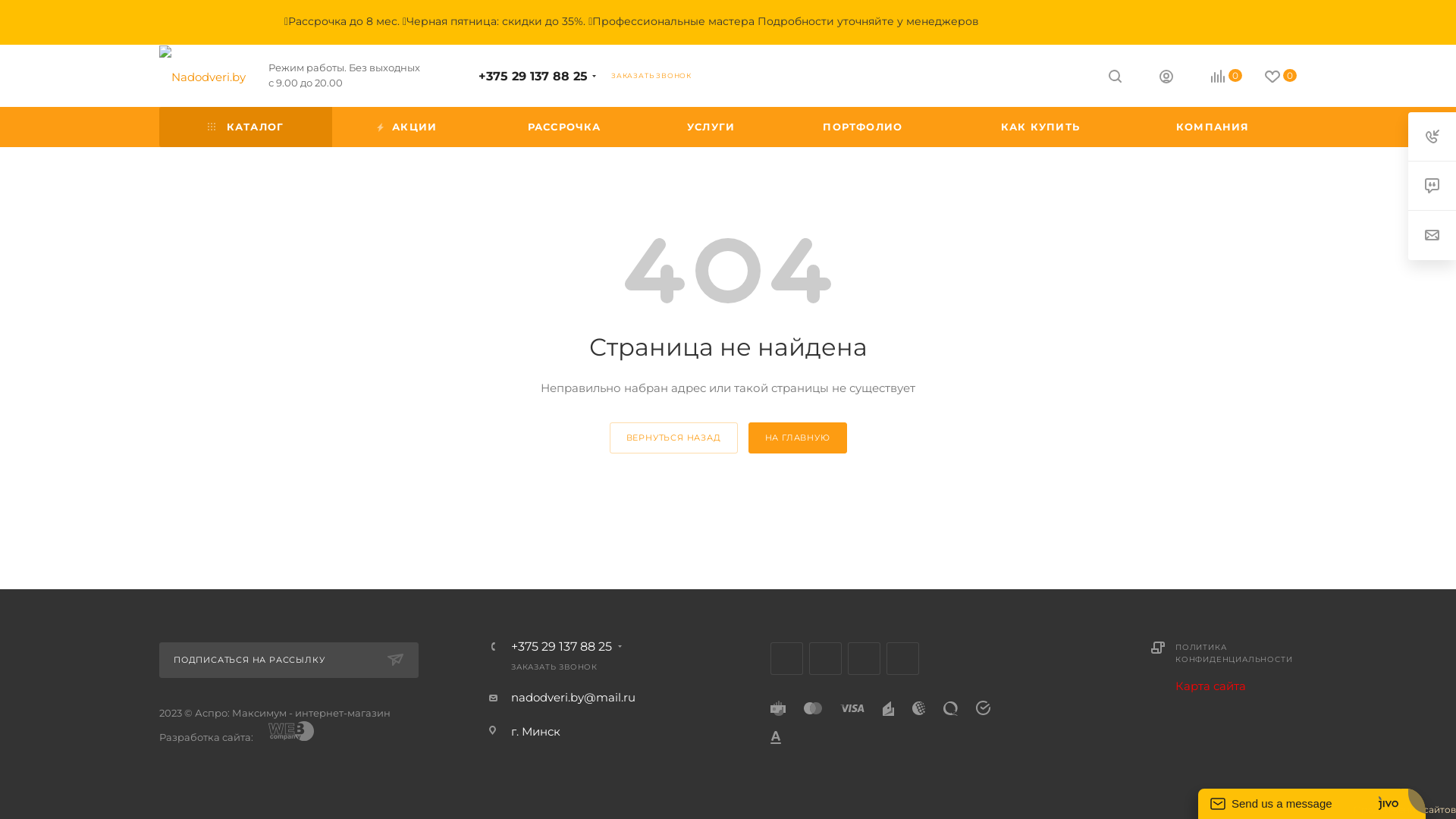 This screenshot has width=1456, height=819. What do you see at coordinates (477, 76) in the screenshot?
I see `'+375 29 137 88 25'` at bounding box center [477, 76].